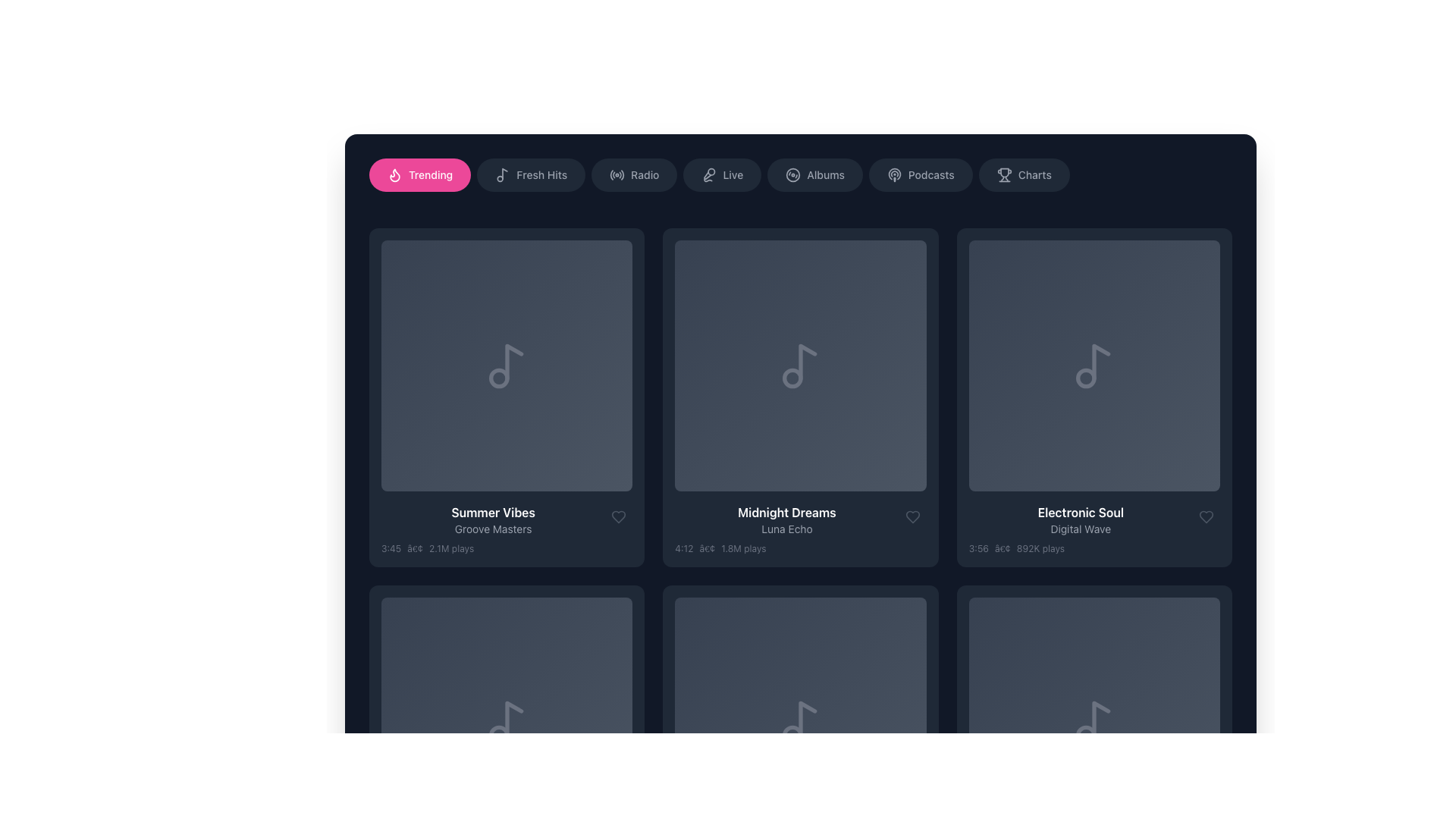 This screenshot has height=819, width=1456. I want to click on the static text label indicating live content in the horizontal navigation bar at the top of the interface, which is located to the right of the microphone icon, so click(733, 174).